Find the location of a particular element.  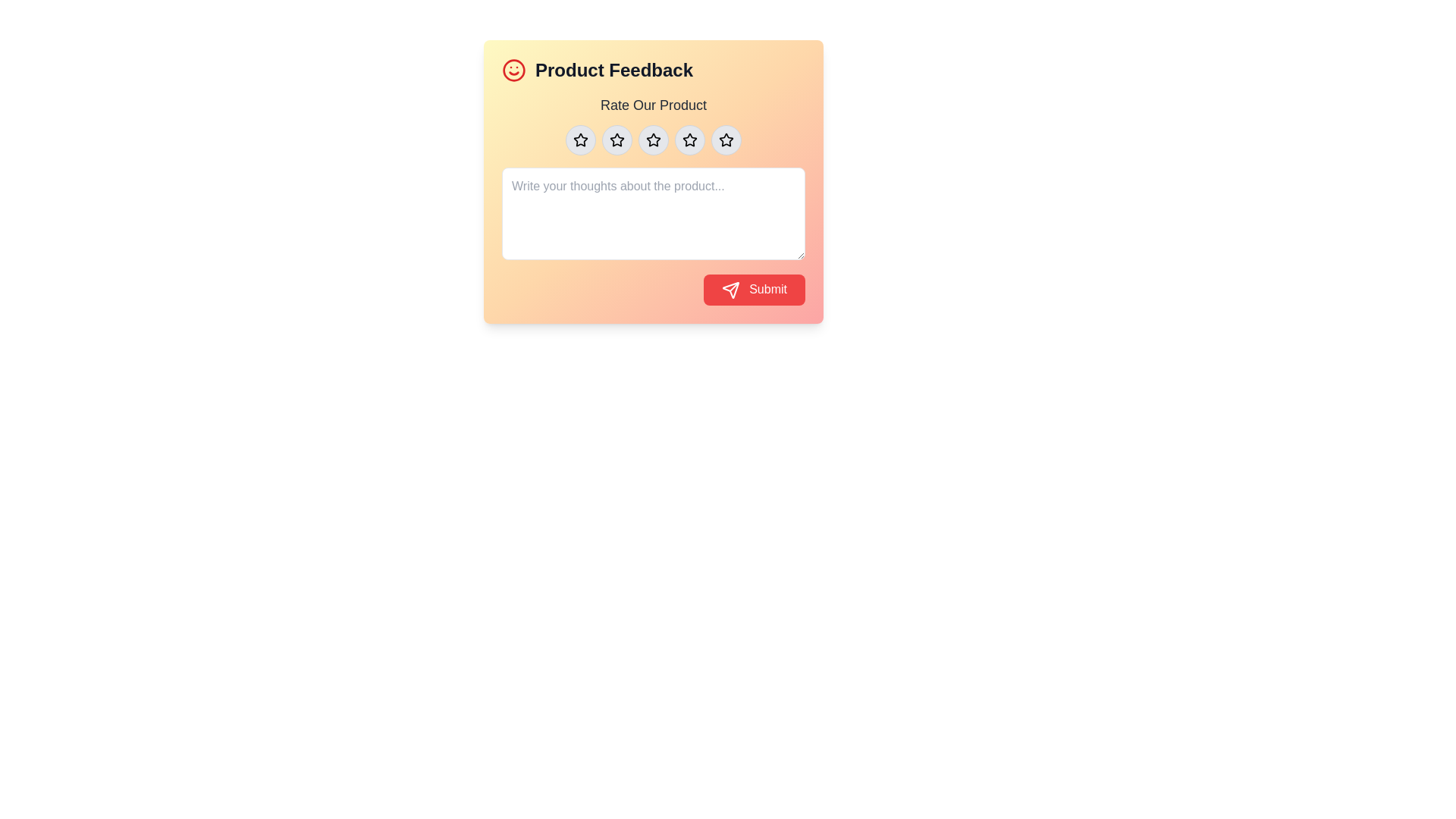

the fifth star icon in the rating system is located at coordinates (726, 140).